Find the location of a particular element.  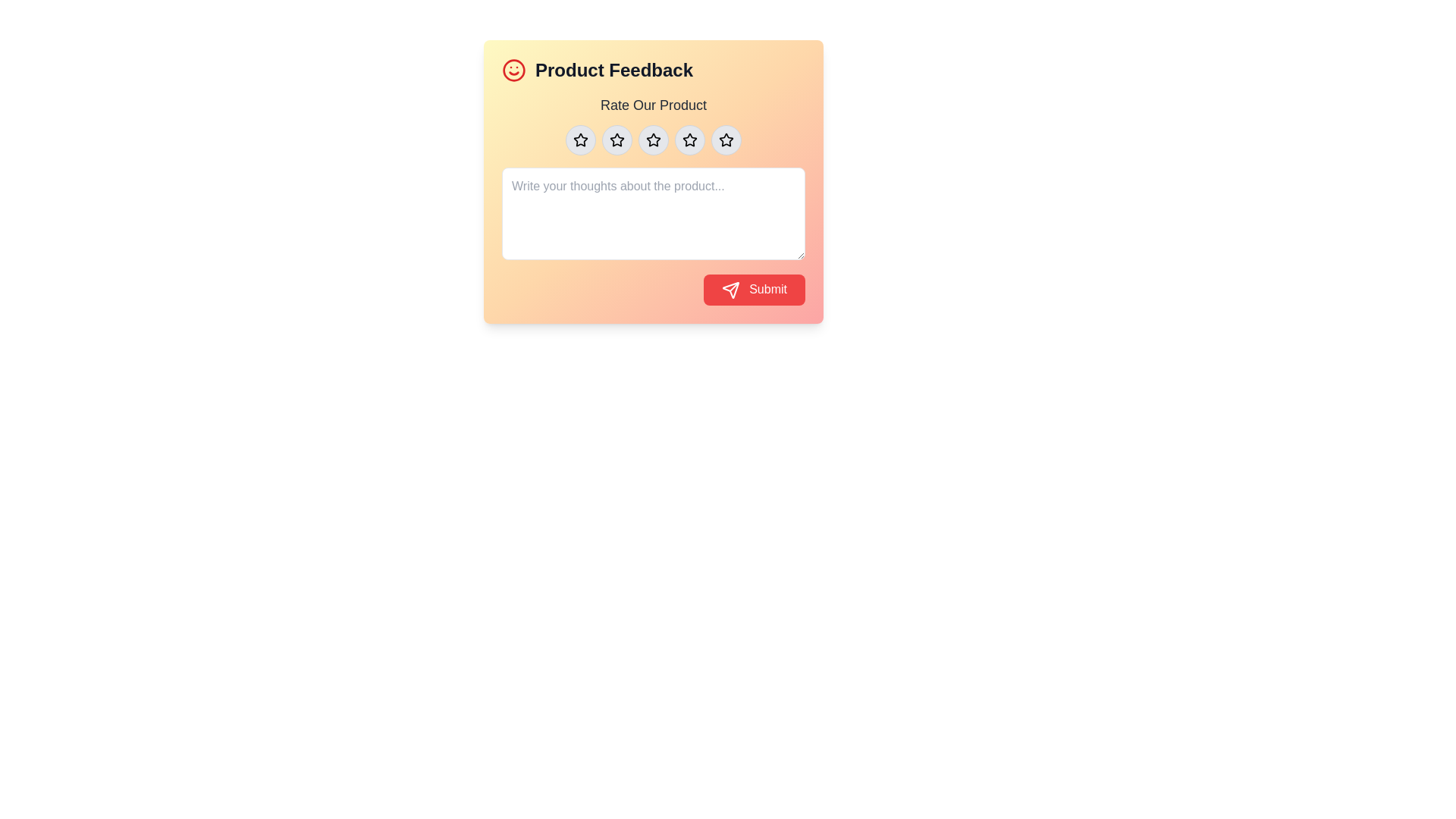

the fifth star icon in the rating system is located at coordinates (726, 140).